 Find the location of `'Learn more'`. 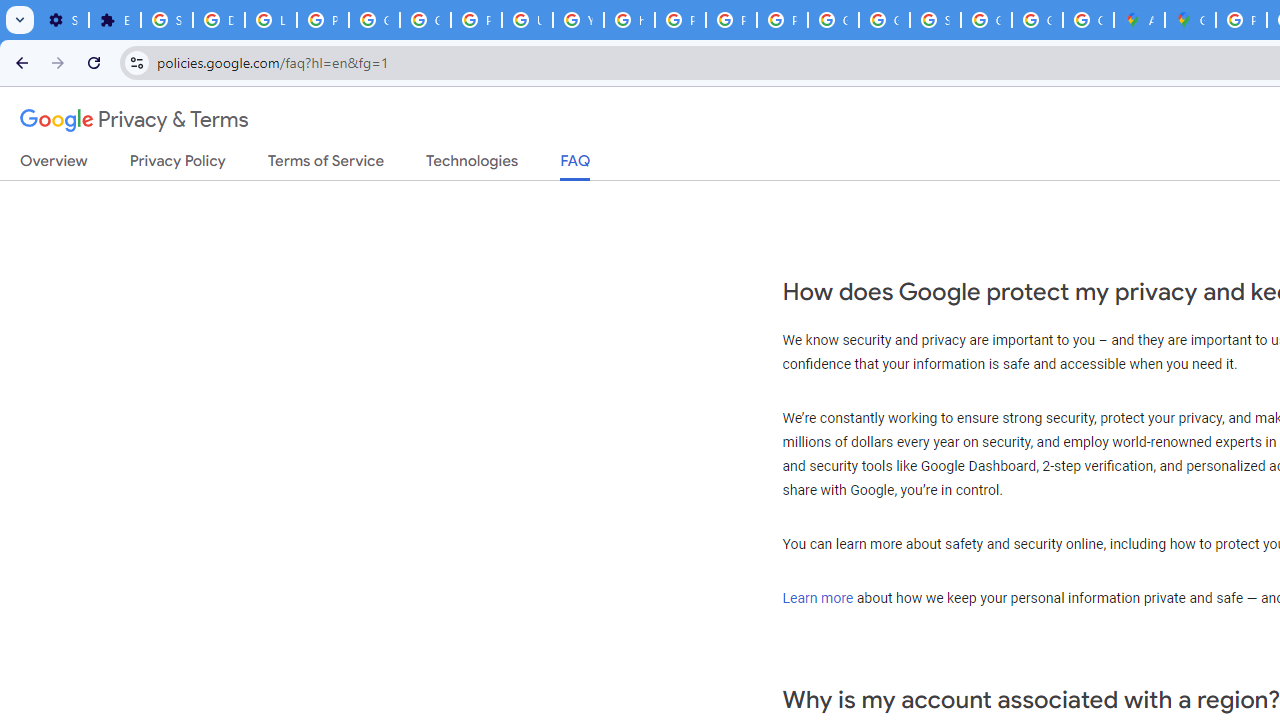

'Learn more' is located at coordinates (817, 596).